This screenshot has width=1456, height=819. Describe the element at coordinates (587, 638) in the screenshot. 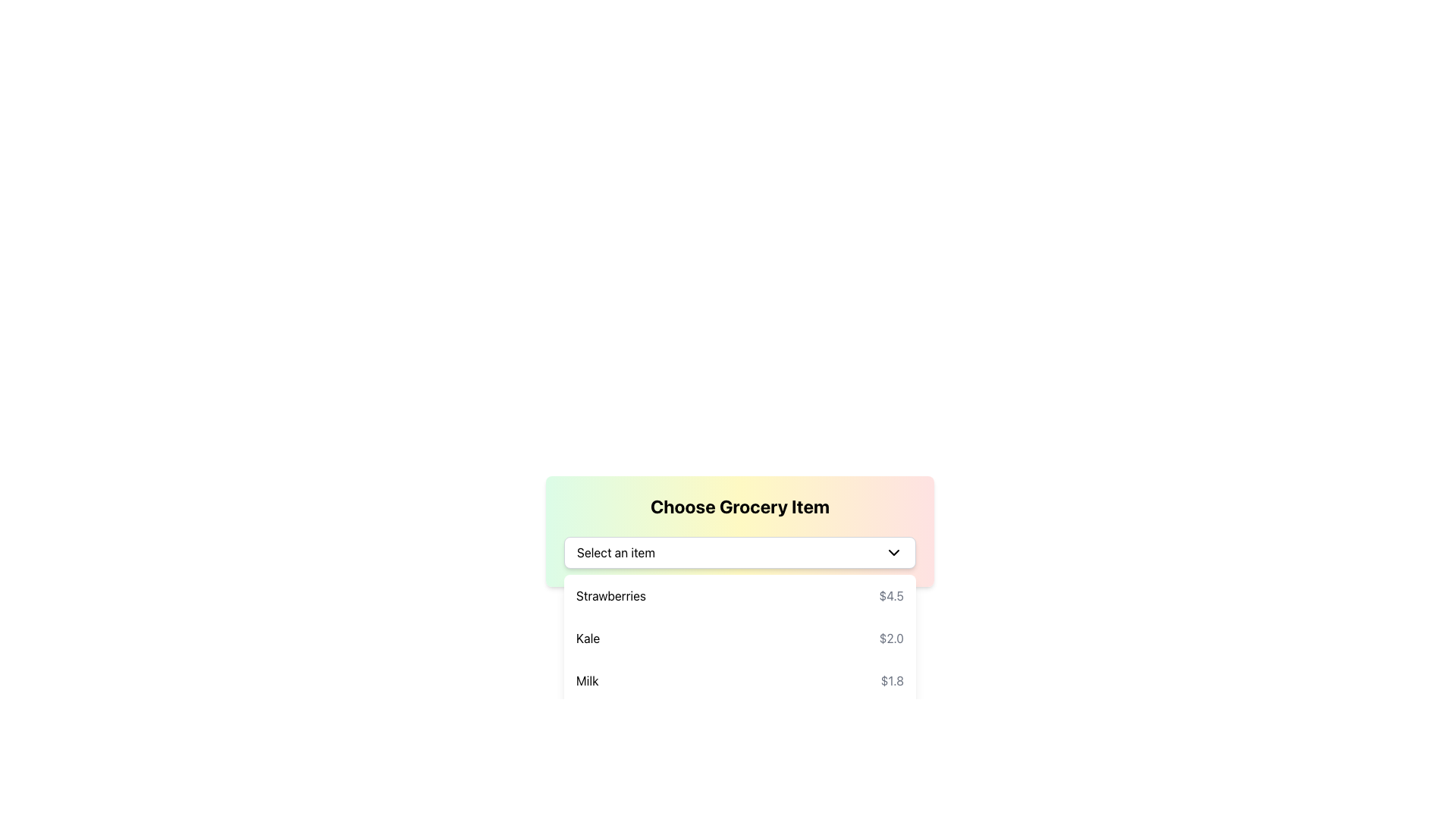

I see `the label for the grocery item 'Kale' in the dropdown list, which is positioned to the left of the price '$2.0'` at that location.